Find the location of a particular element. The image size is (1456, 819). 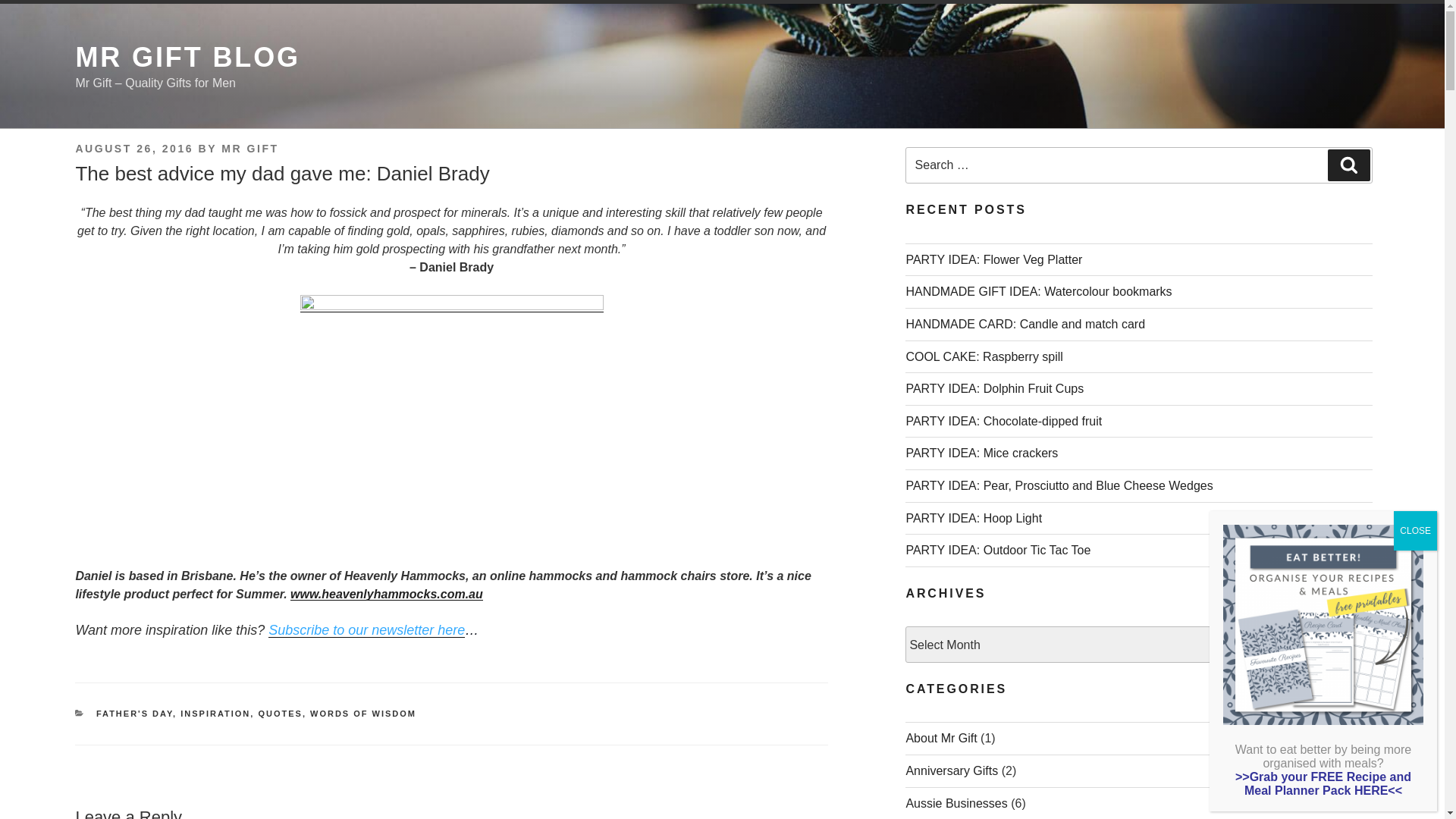

'WORDS OF WISDOM' is located at coordinates (362, 714).